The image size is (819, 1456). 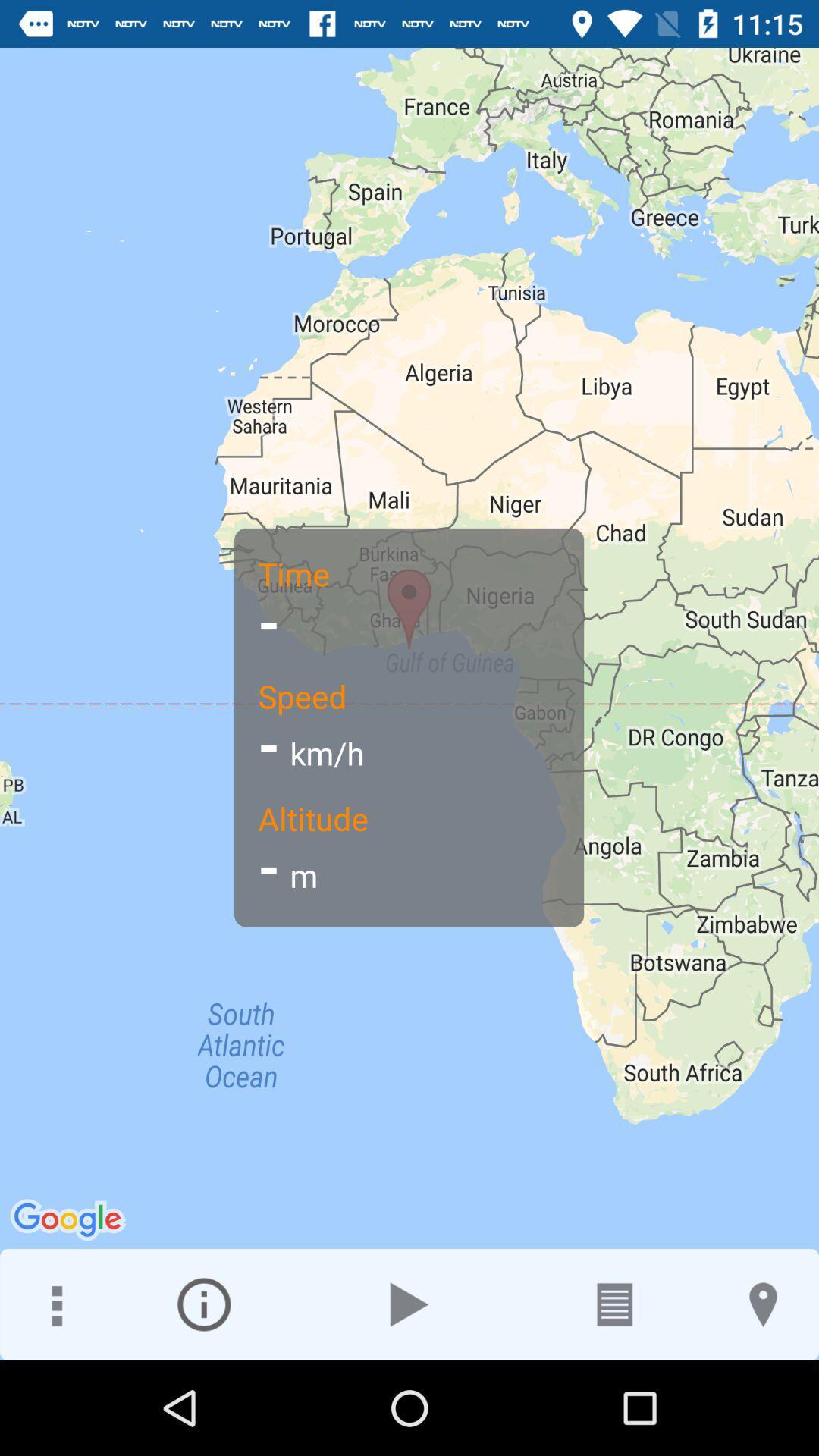 What do you see at coordinates (55, 1304) in the screenshot?
I see `the more icon` at bounding box center [55, 1304].